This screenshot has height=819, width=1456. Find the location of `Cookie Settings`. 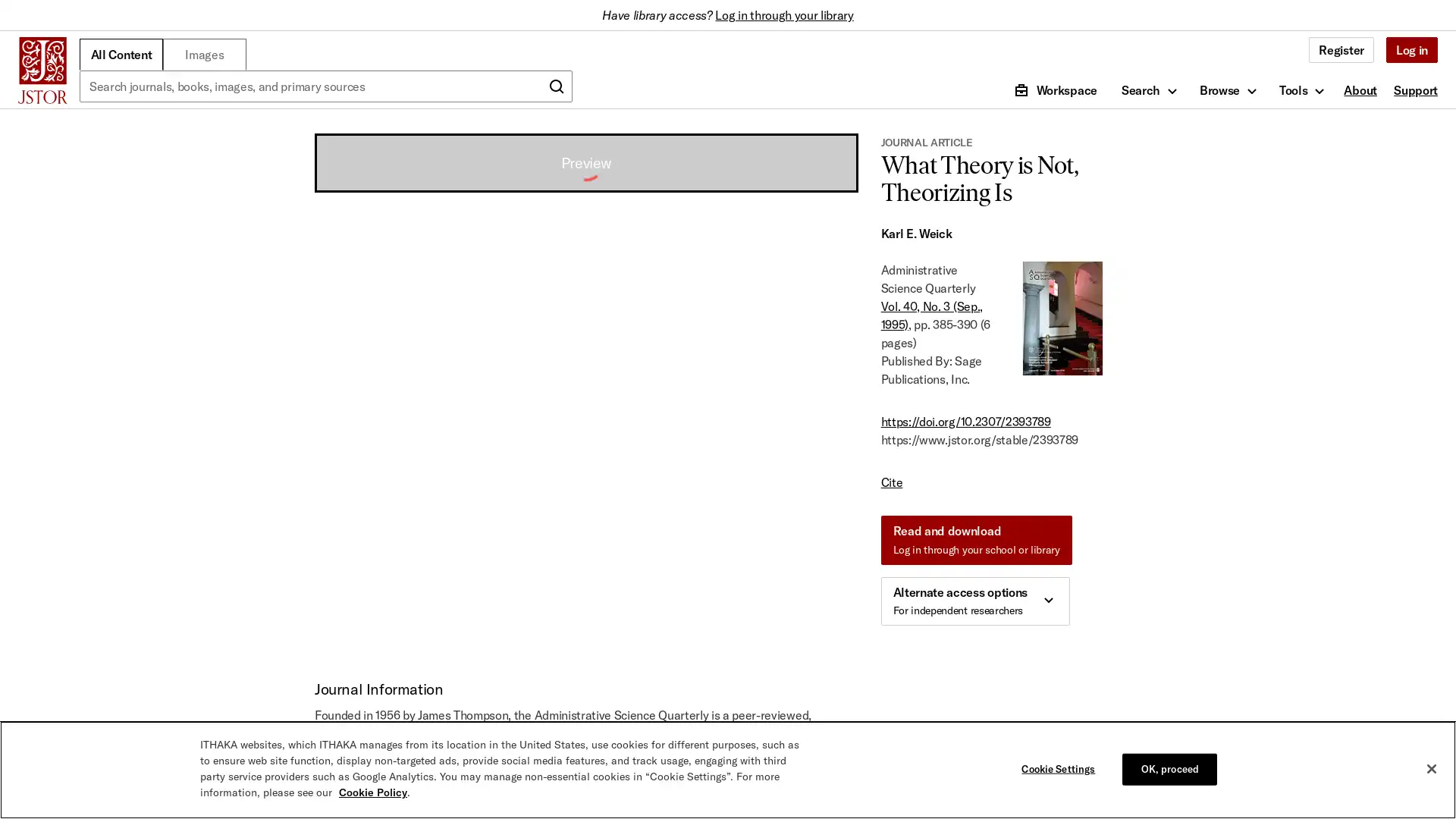

Cookie Settings is located at coordinates (1061, 769).